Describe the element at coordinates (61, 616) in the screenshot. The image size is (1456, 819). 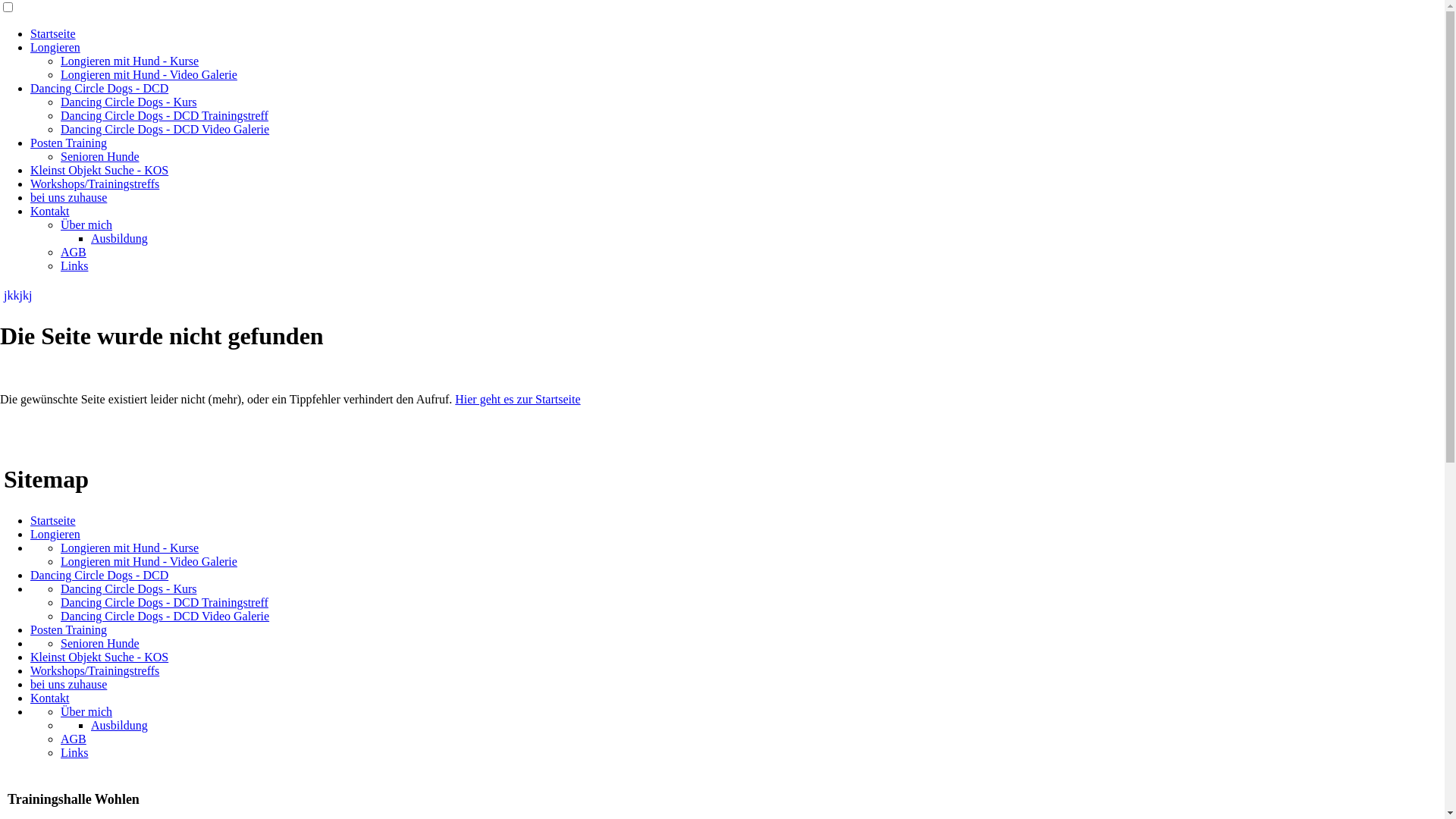
I see `'Dancing Circle Dogs - DCD Video Galerie'` at that location.